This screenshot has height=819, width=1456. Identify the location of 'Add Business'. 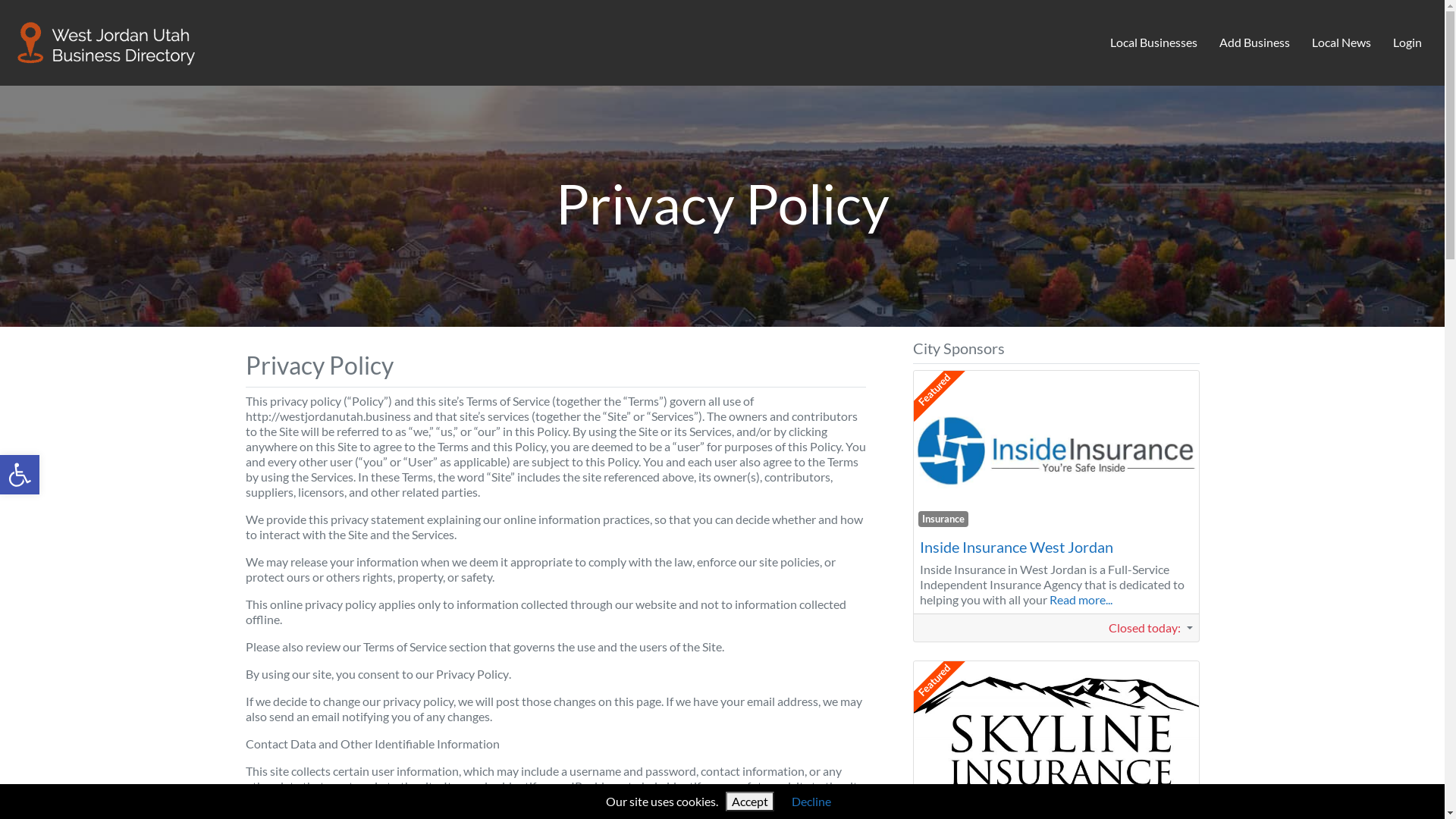
(1255, 42).